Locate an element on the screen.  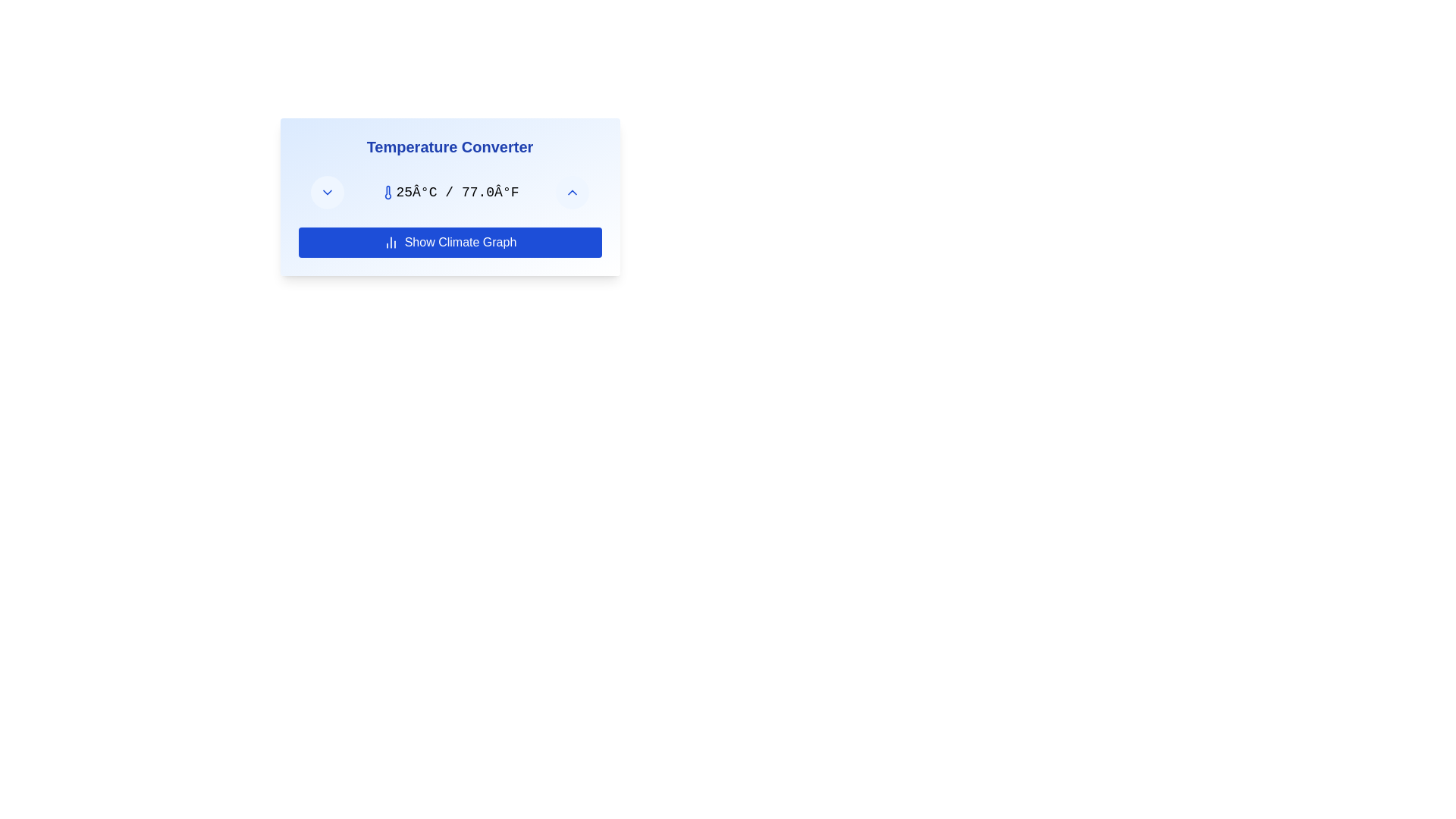
the chevron icon located within the circular button at the top-left corner of the 'Temperature Converter' panel is located at coordinates (326, 192).